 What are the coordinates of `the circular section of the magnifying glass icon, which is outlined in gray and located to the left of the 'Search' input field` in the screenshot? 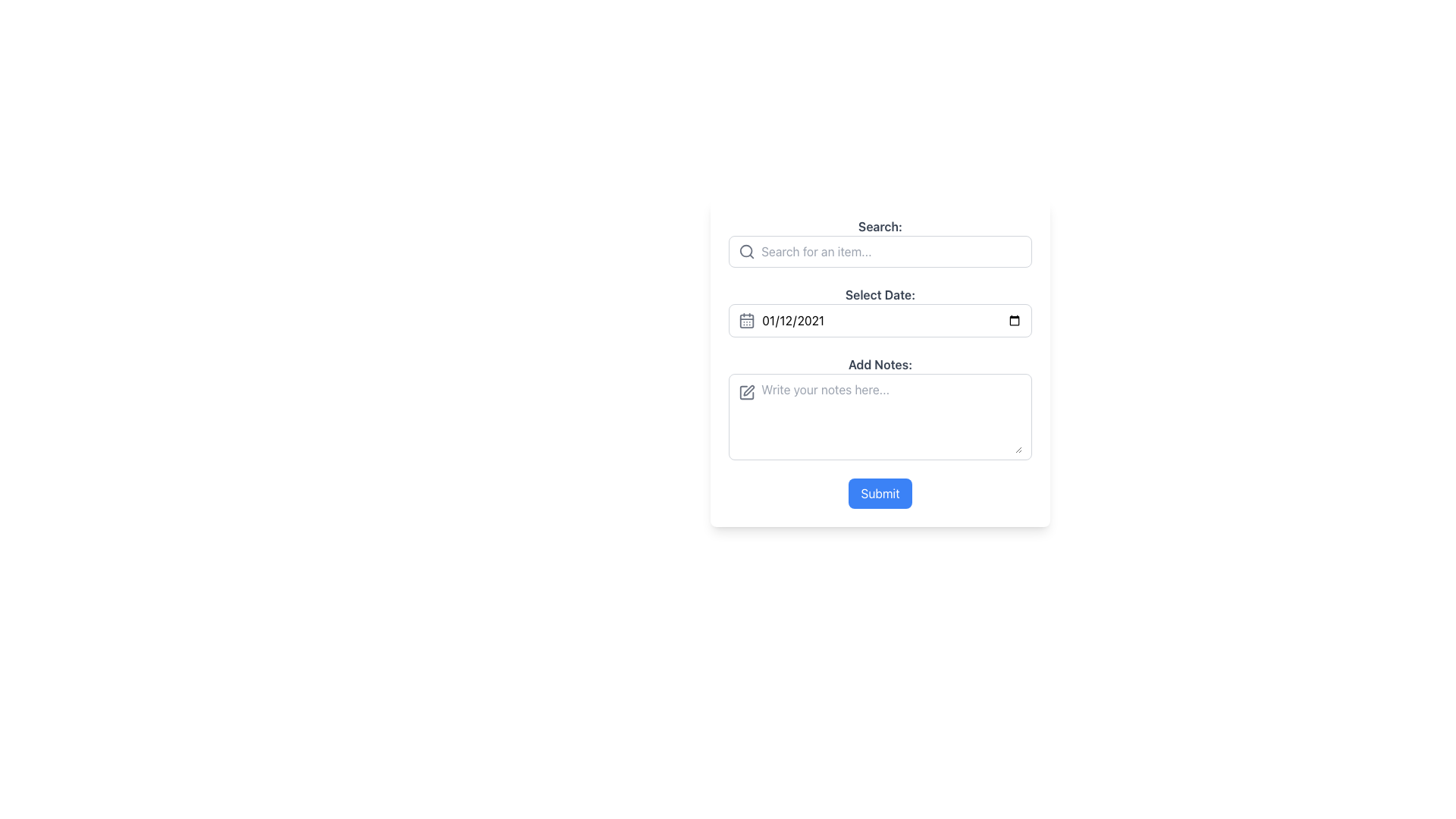 It's located at (746, 250).